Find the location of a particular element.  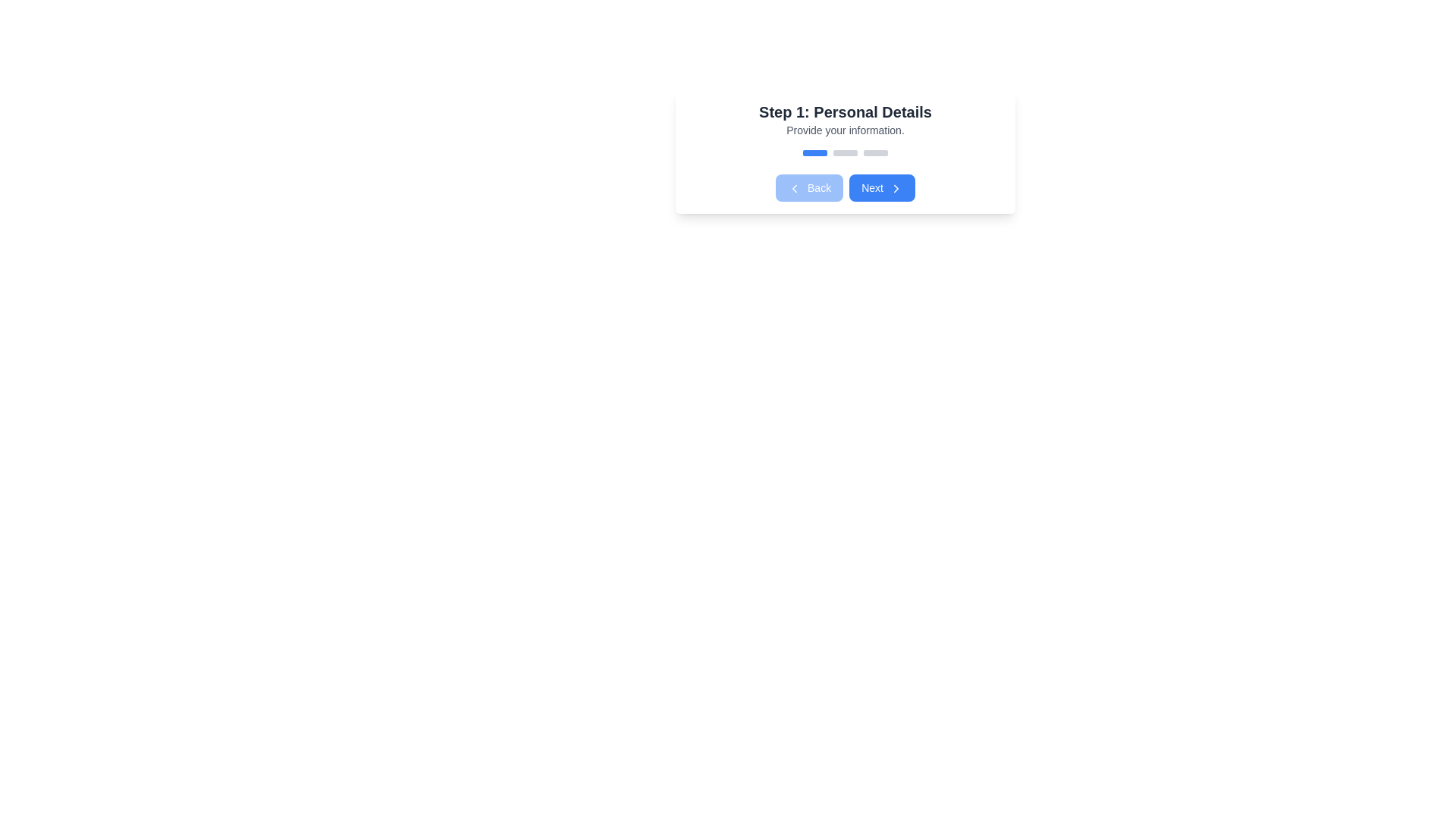

the blue Progress bar segment, which is the leftmost bar in a group of three horizontal bars, distinguished by its solid blue color and rounded edges is located at coordinates (814, 152).